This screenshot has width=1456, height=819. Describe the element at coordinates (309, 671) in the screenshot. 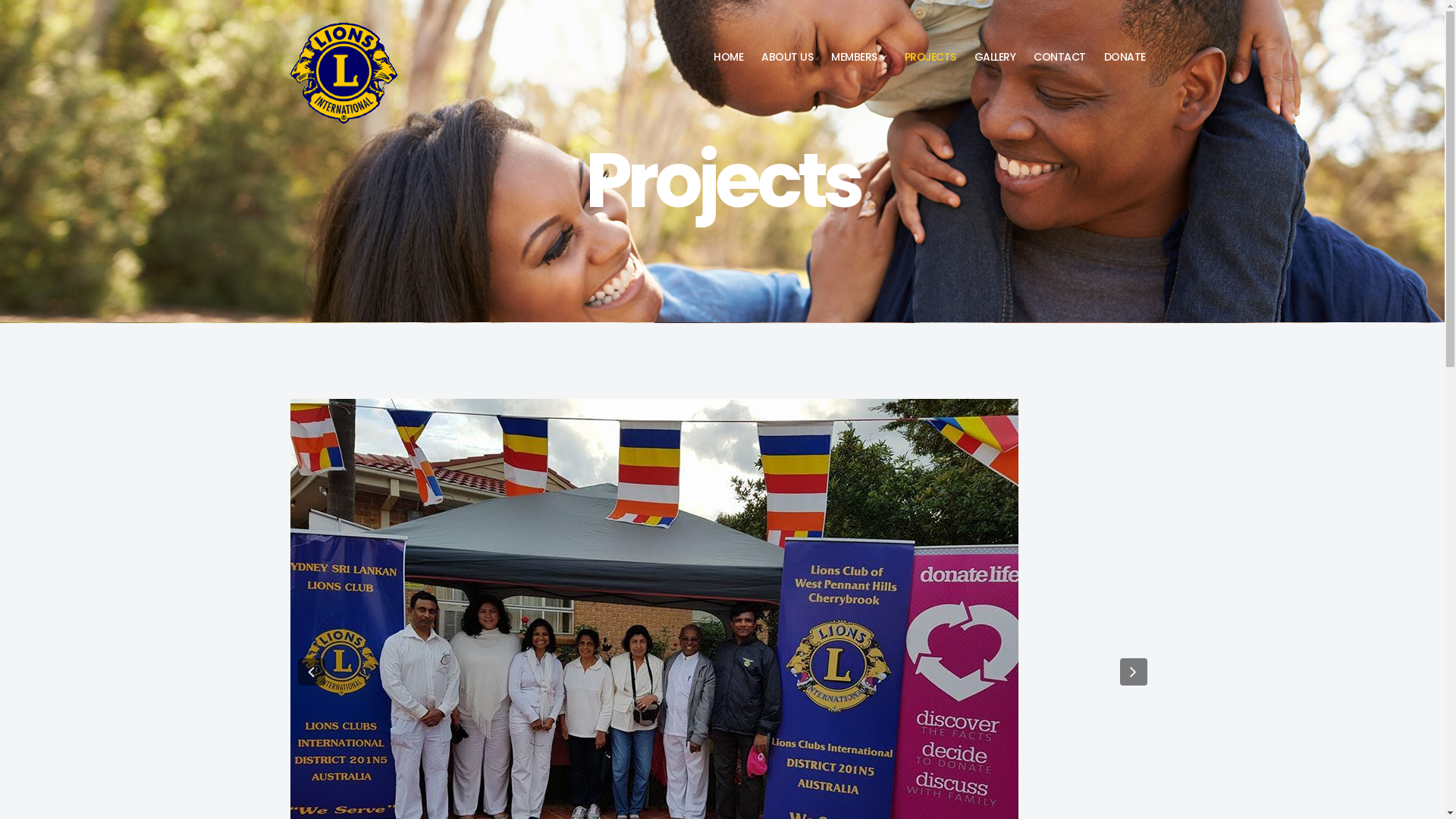

I see `'Previous'` at that location.